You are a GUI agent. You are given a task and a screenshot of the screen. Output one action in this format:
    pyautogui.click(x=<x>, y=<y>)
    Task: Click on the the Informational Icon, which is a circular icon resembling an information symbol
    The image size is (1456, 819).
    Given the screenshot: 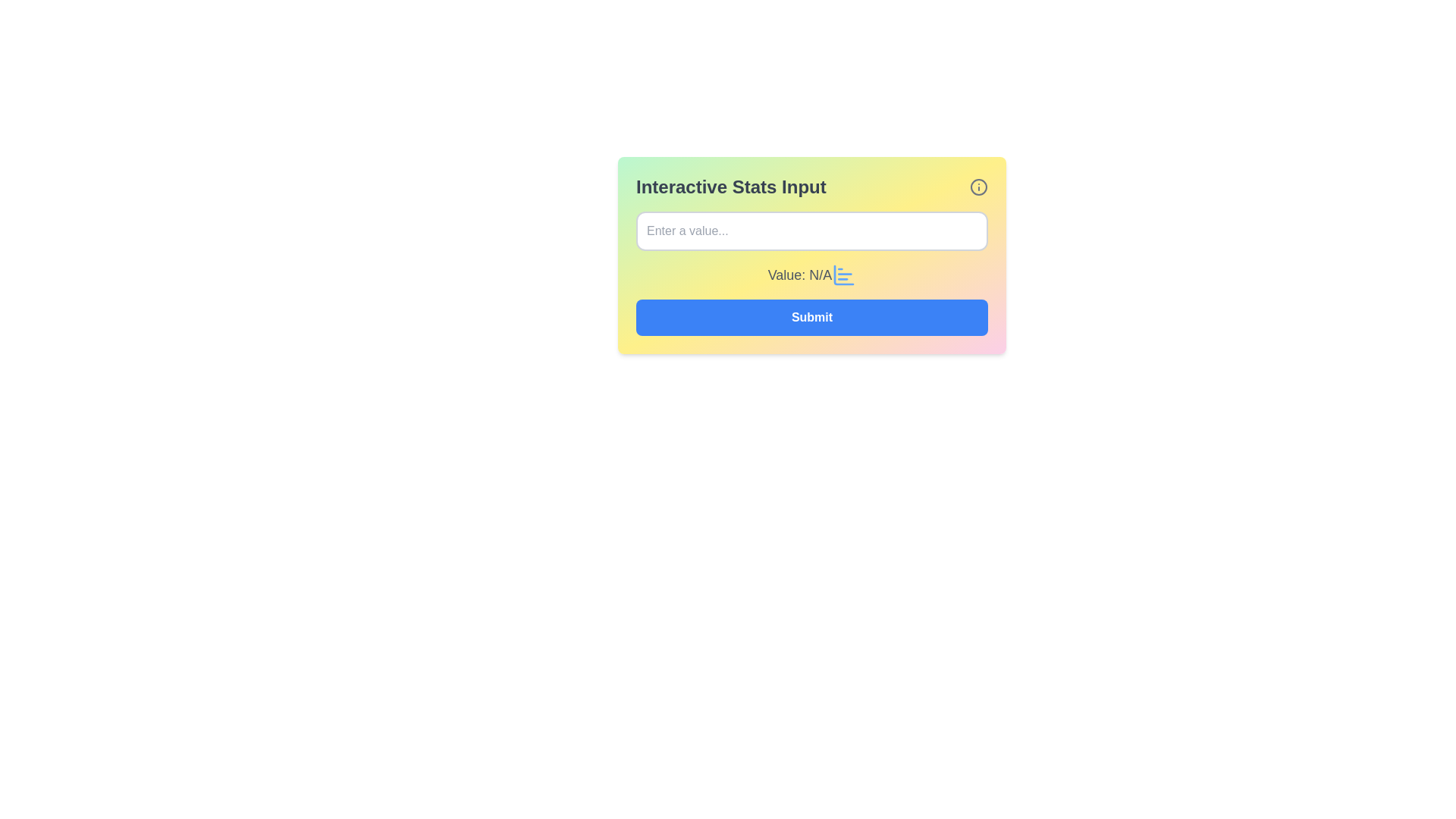 What is the action you would take?
    pyautogui.click(x=979, y=186)
    